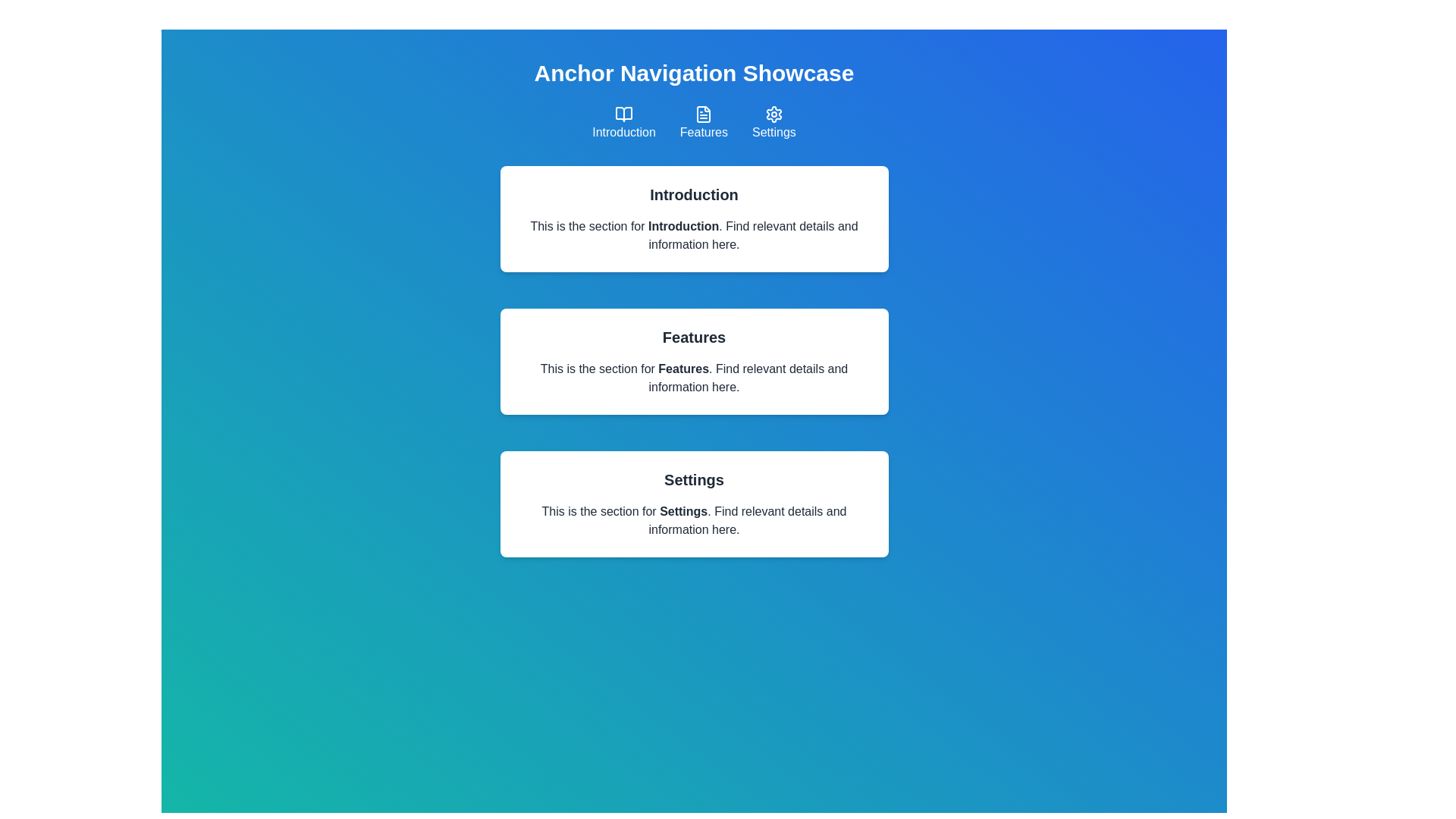 The width and height of the screenshot is (1456, 819). Describe the element at coordinates (682, 369) in the screenshot. I see `the text label that denotes the title of the second card in a vertically-aligned list, which is centrally positioned within its card` at that location.